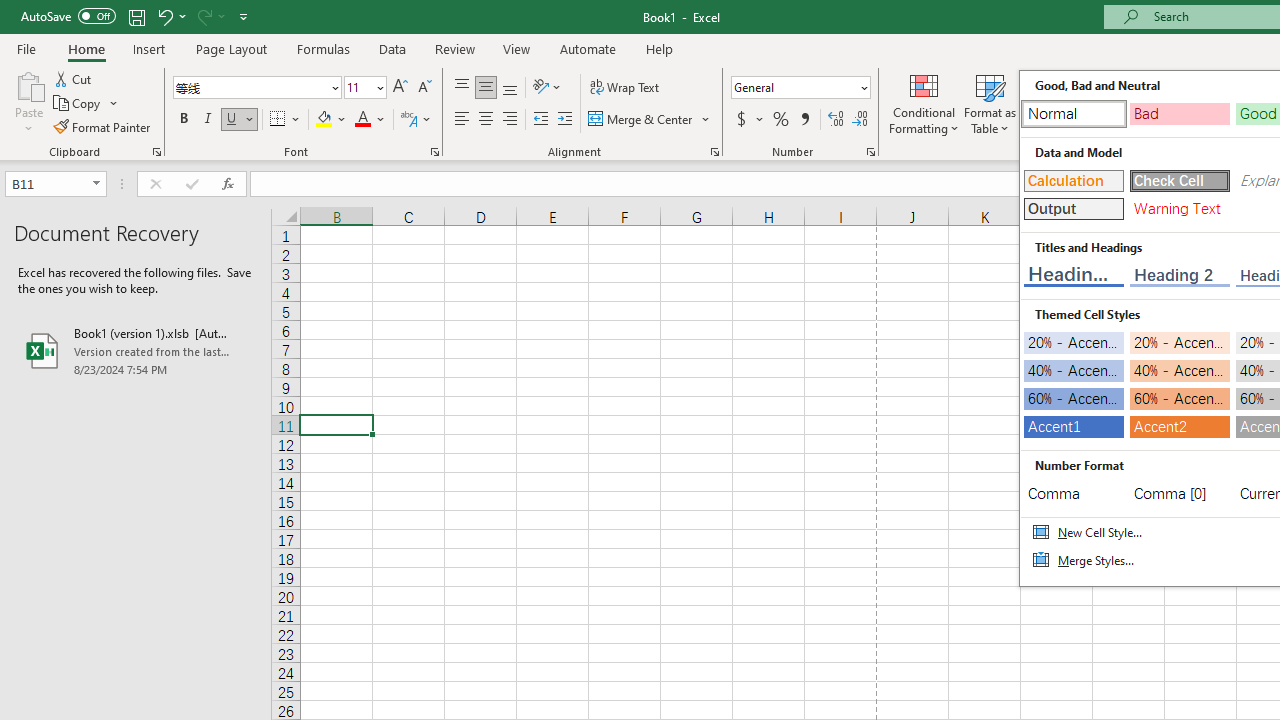 This screenshot has width=1280, height=720. Describe the element at coordinates (990, 103) in the screenshot. I see `'Format as Table'` at that location.